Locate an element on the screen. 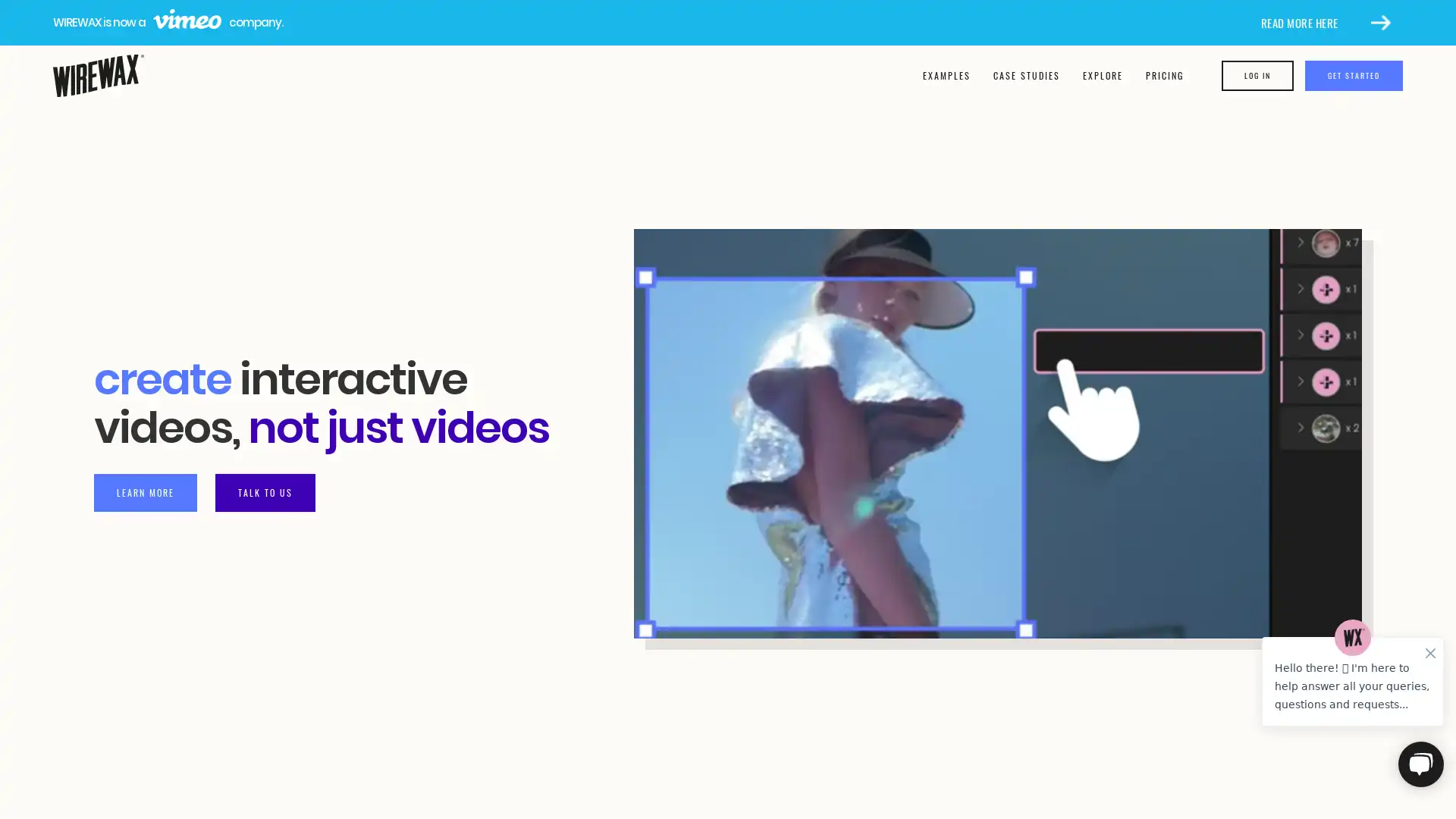 This screenshot has width=1456, height=819. LEARN MORE is located at coordinates (146, 491).